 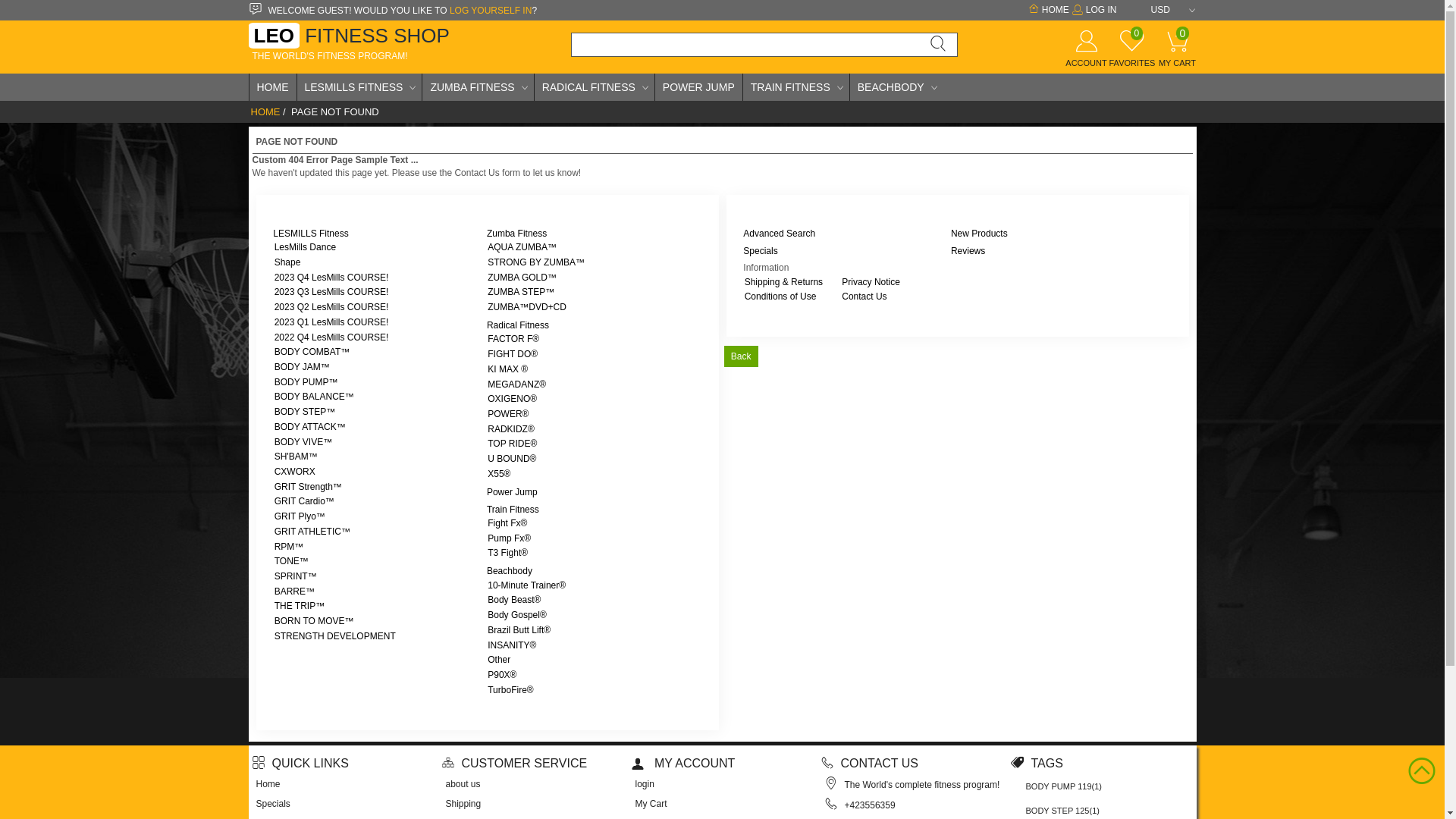 I want to click on 'TRAIN FITNESS', so click(x=795, y=87).